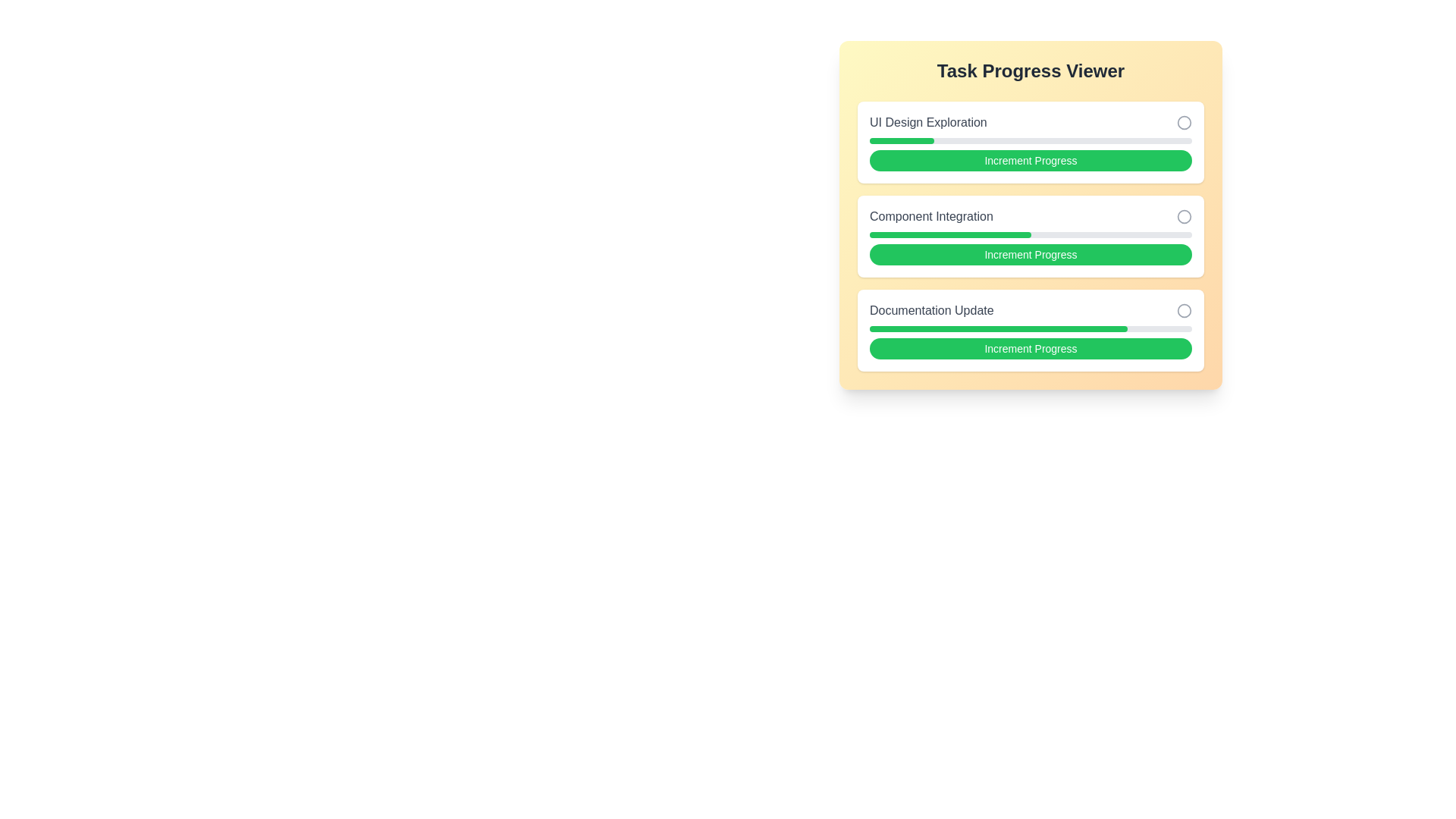  Describe the element at coordinates (1031, 253) in the screenshot. I see `the 'Increment Progress' button, which is a rounded button with a vibrant green background and white text` at that location.